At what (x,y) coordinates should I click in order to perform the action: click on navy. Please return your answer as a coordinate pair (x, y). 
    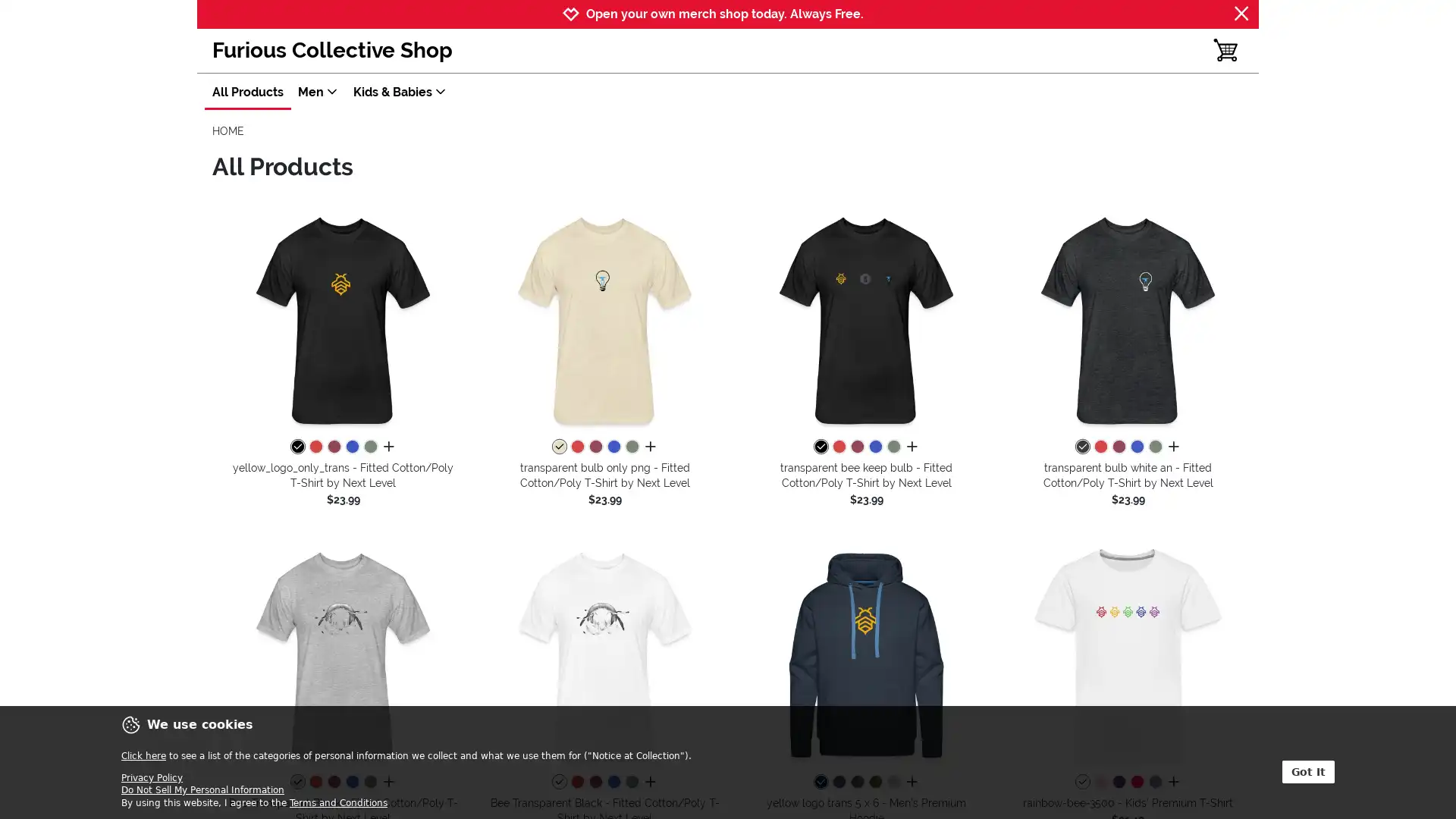
    Looking at the image, I should click on (819, 783).